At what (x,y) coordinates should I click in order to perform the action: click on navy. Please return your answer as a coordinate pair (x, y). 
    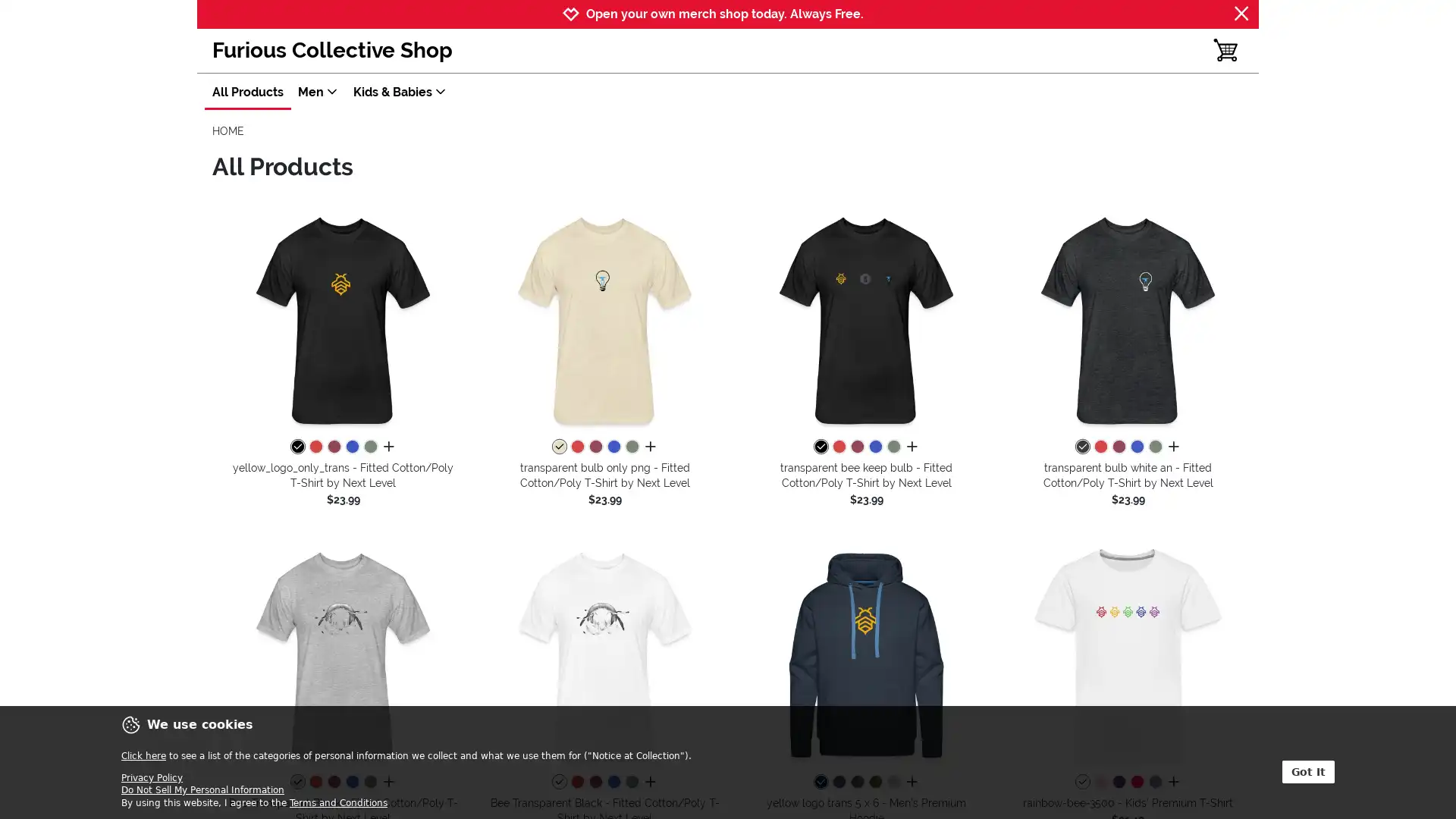
    Looking at the image, I should click on (819, 783).